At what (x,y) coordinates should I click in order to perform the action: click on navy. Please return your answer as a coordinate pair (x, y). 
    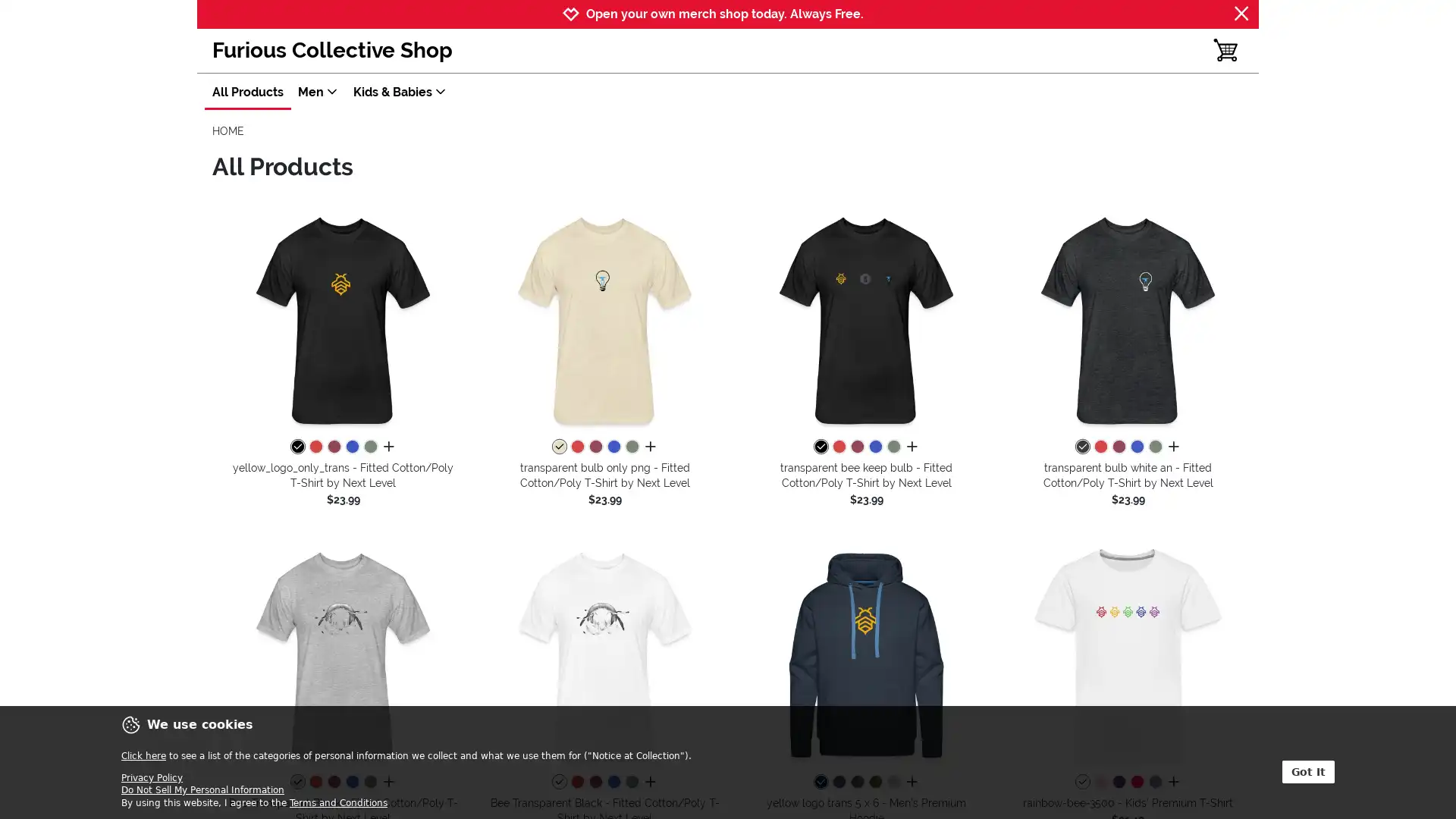
    Looking at the image, I should click on (819, 783).